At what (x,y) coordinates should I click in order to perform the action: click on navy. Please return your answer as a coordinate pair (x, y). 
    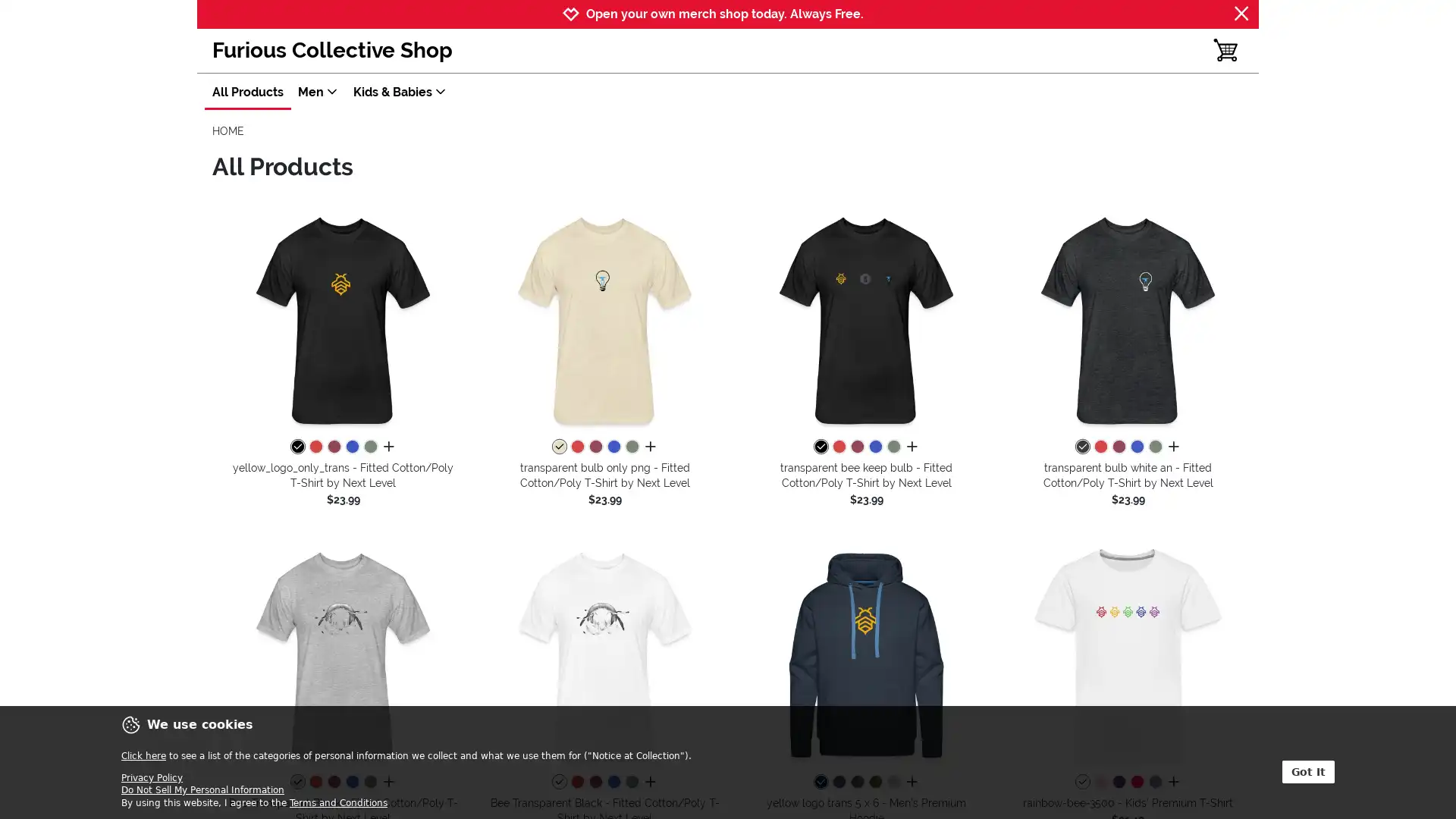
    Looking at the image, I should click on (819, 783).